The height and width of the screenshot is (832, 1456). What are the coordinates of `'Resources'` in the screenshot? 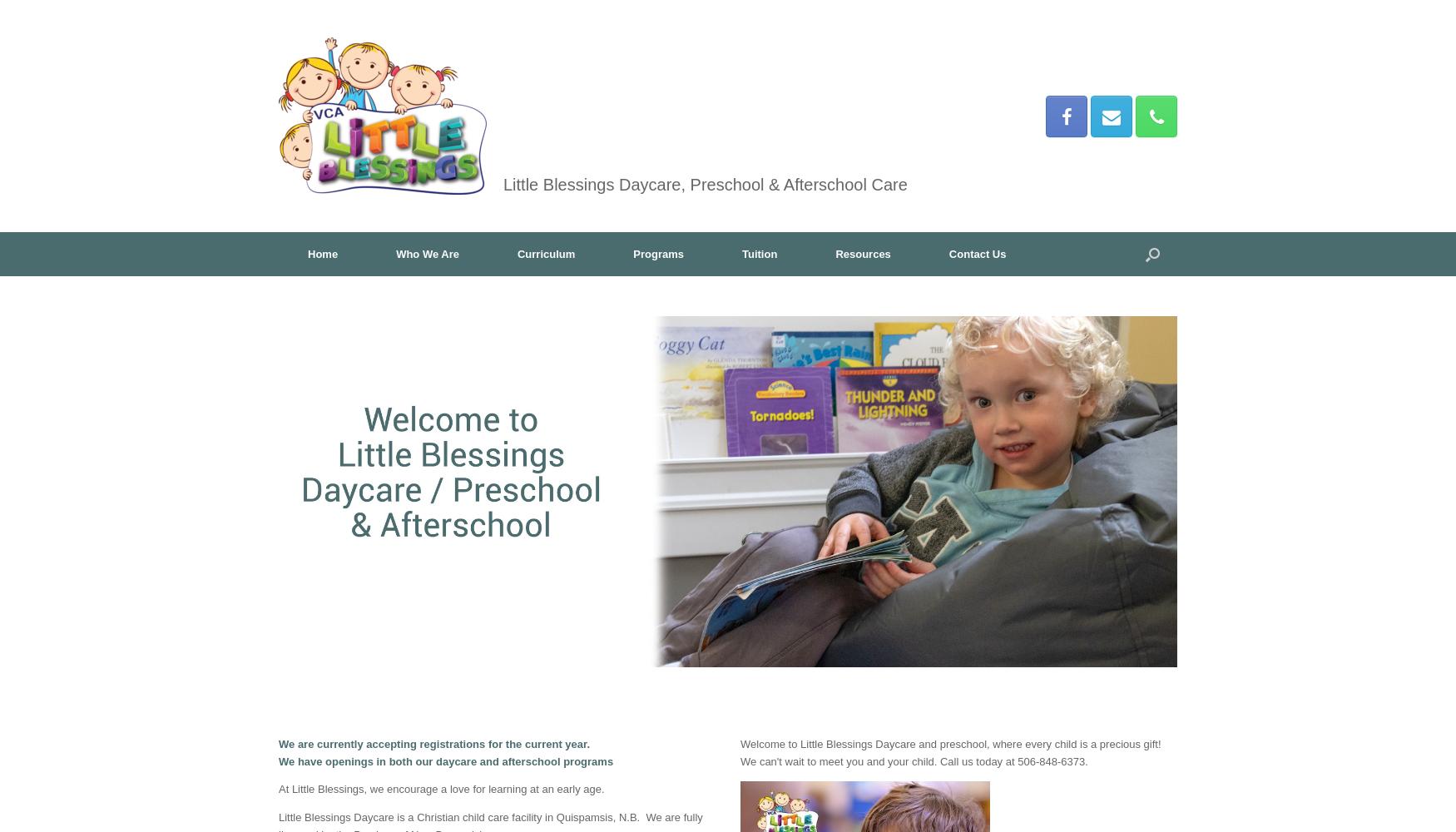 It's located at (862, 254).